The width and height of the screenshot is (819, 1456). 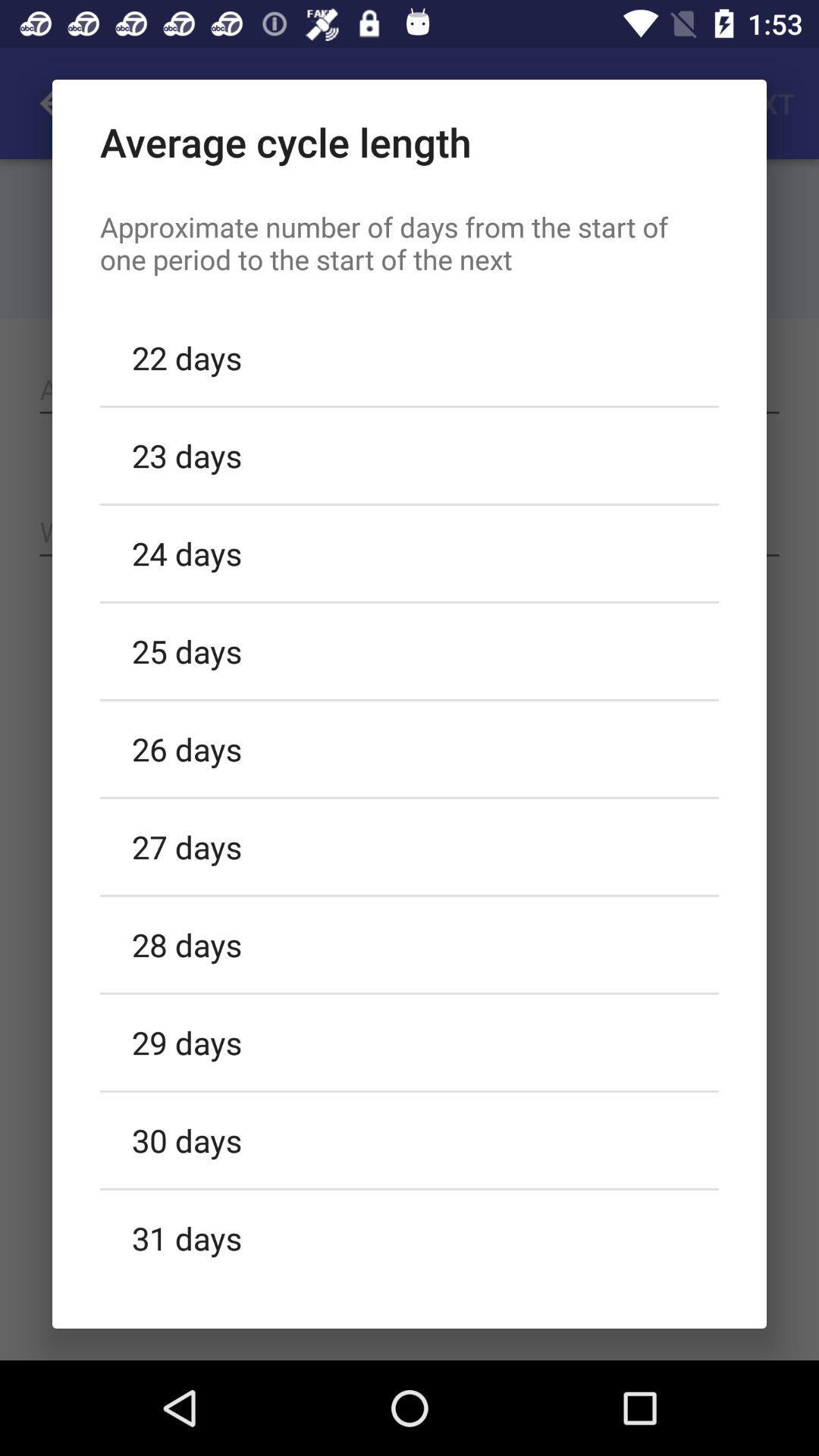 I want to click on the 28 days item, so click(x=409, y=943).